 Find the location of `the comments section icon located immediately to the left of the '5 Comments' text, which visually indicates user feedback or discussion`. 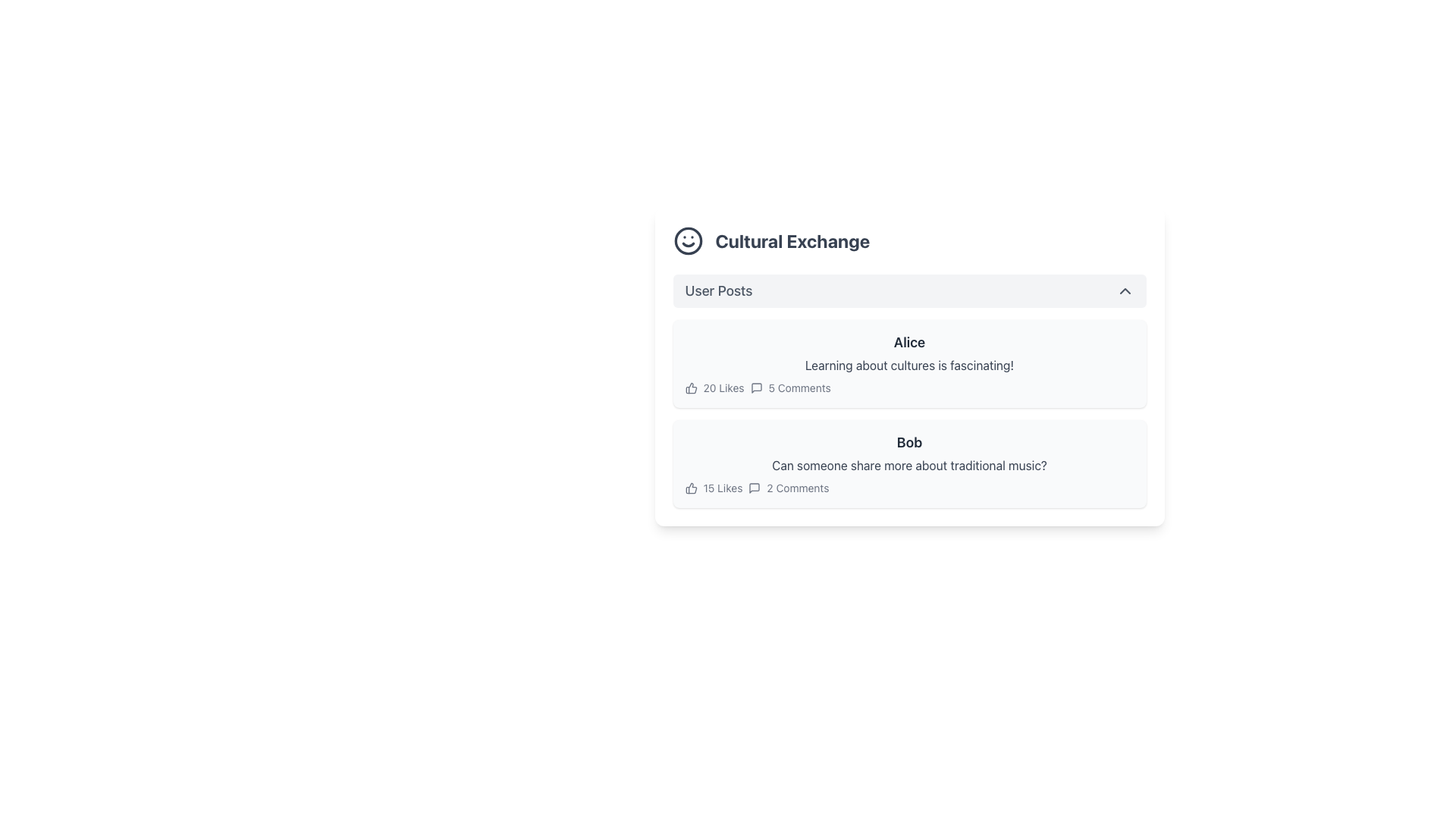

the comments section icon located immediately to the left of the '5 Comments' text, which visually indicates user feedback or discussion is located at coordinates (756, 388).